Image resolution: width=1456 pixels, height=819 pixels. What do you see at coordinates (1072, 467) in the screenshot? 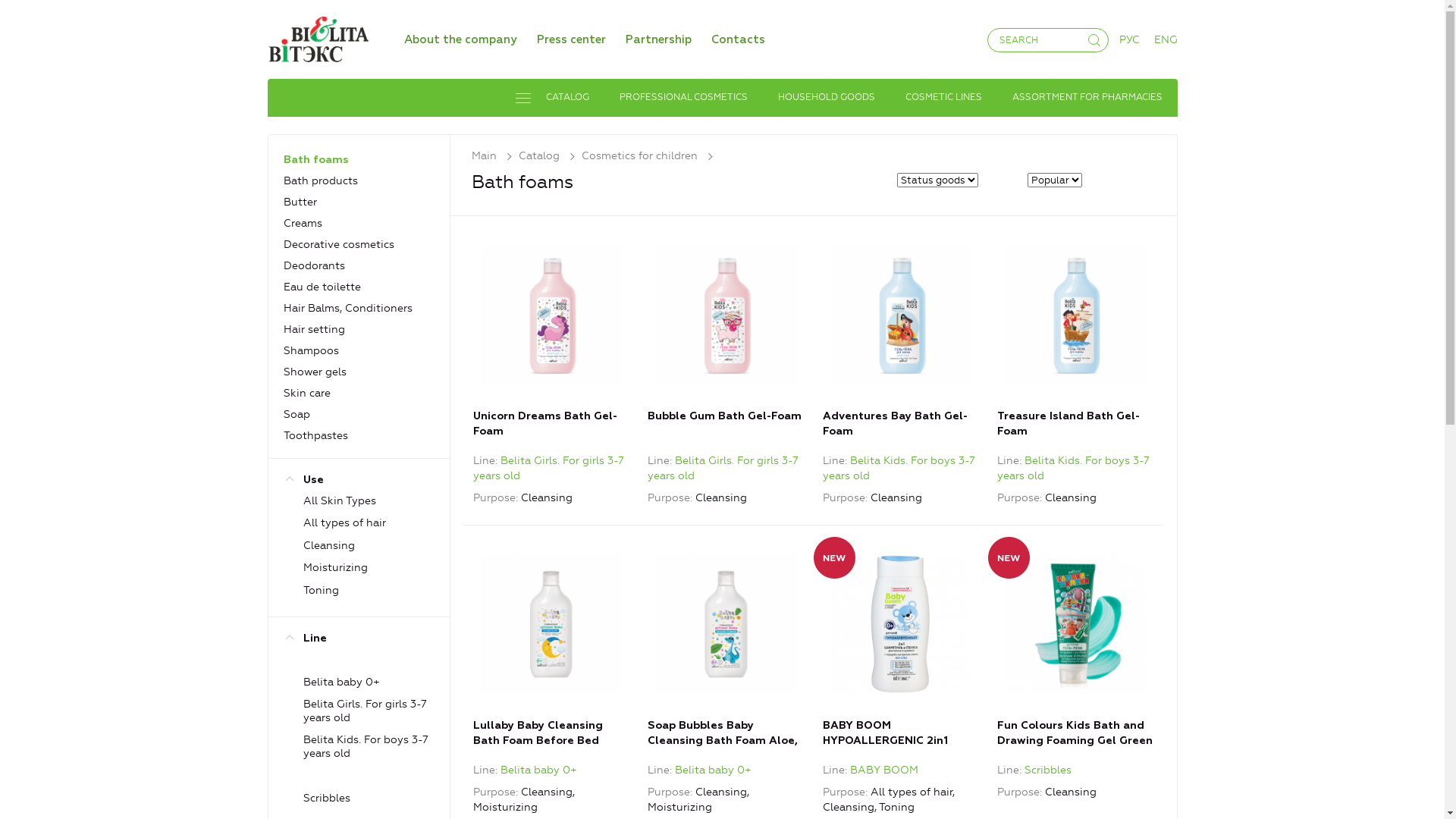
I see `'Belita Kids. For boys 3-7 years old'` at bounding box center [1072, 467].